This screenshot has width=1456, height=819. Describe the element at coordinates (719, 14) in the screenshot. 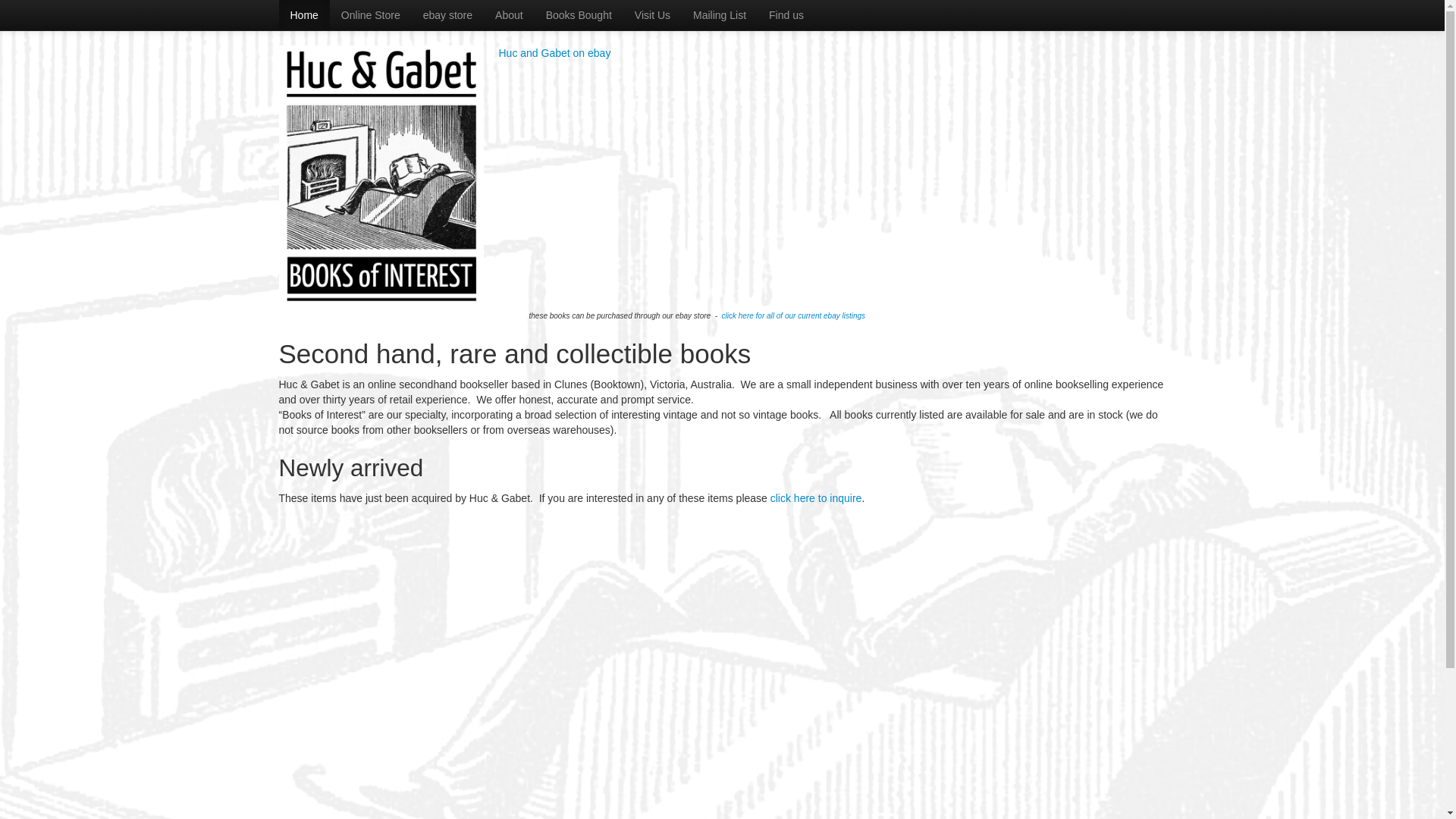

I see `'Mailing List'` at that location.